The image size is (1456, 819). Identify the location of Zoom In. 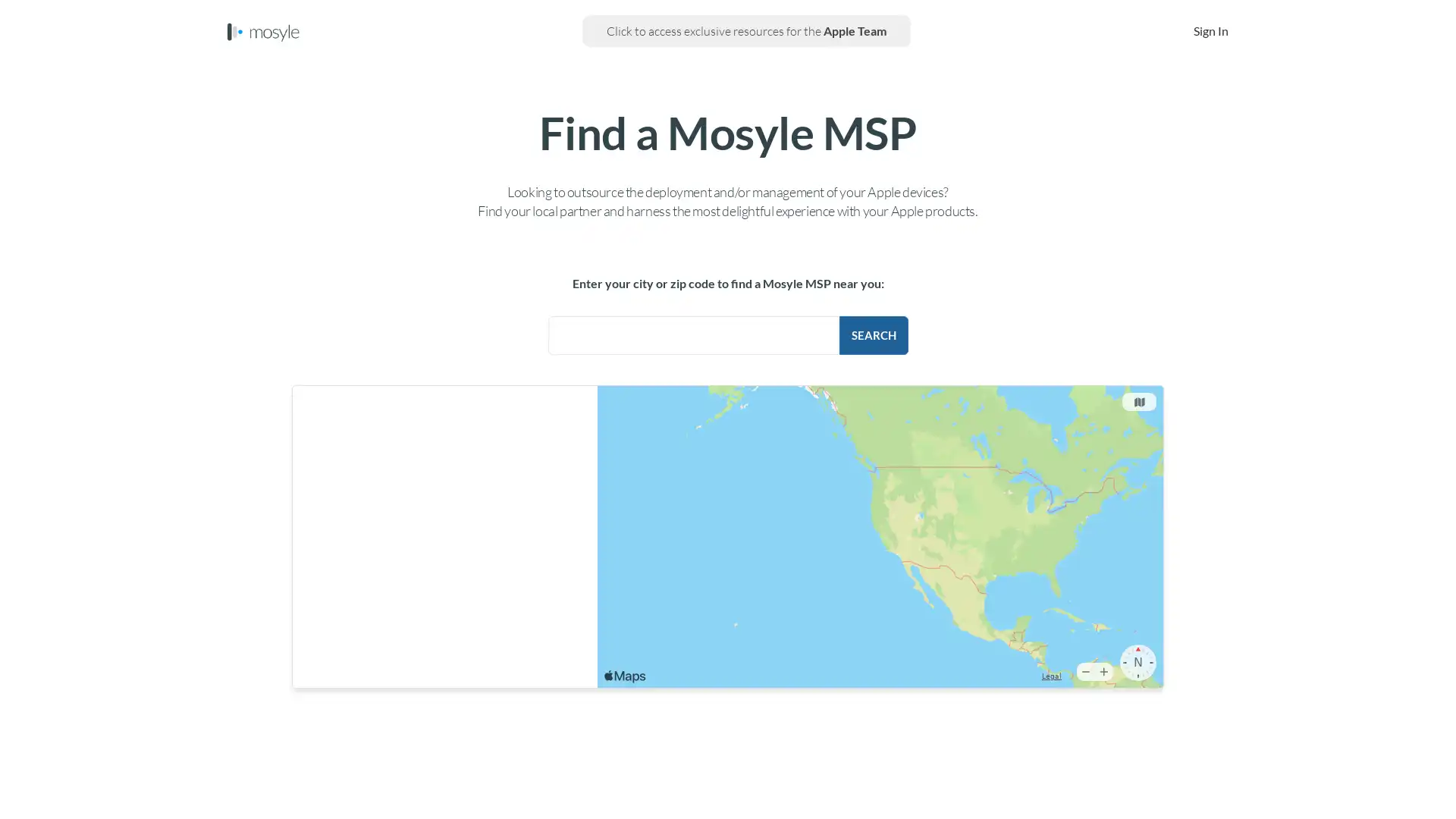
(1103, 671).